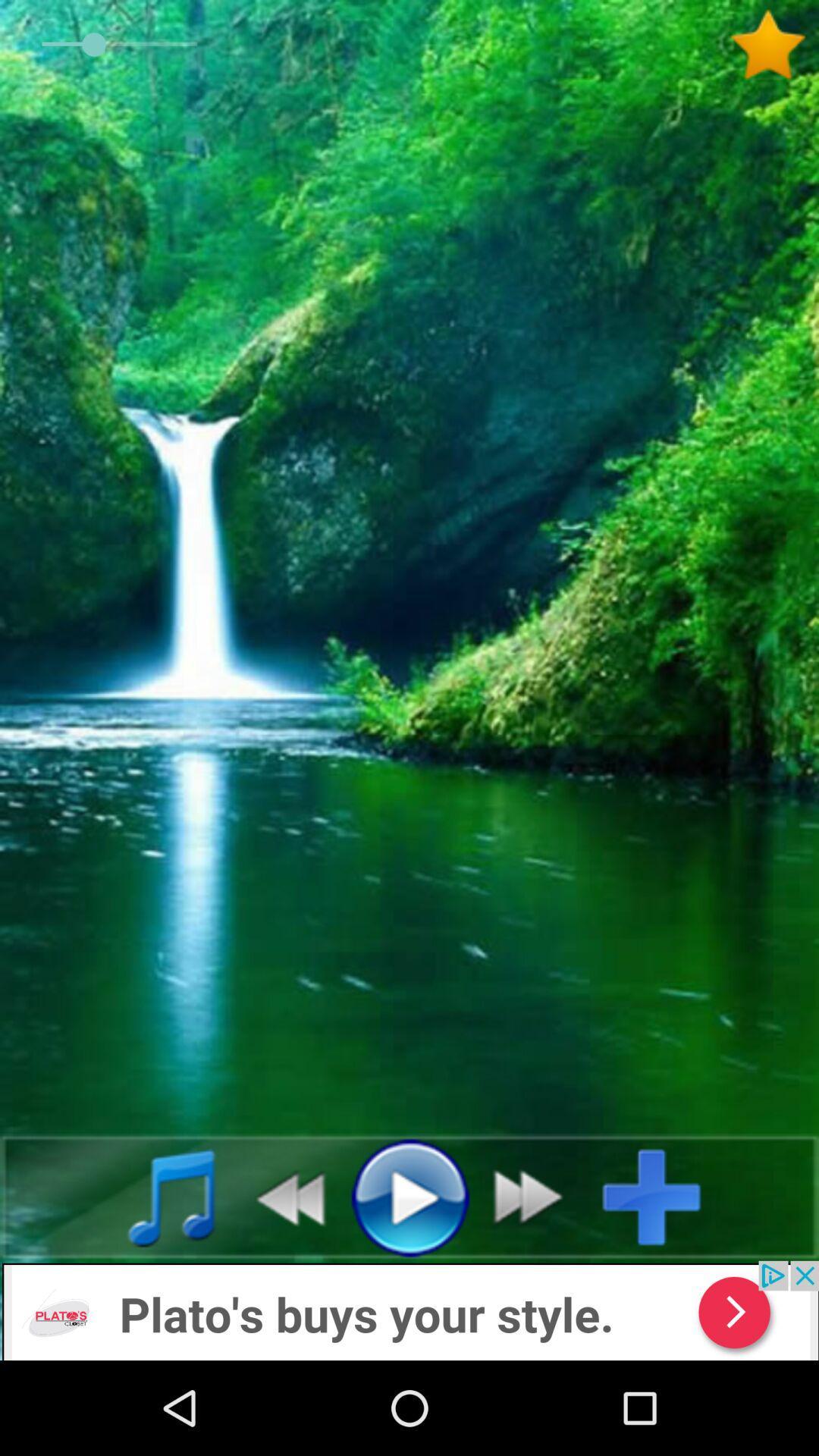  What do you see at coordinates (409, 1196) in the screenshot?
I see `the media` at bounding box center [409, 1196].